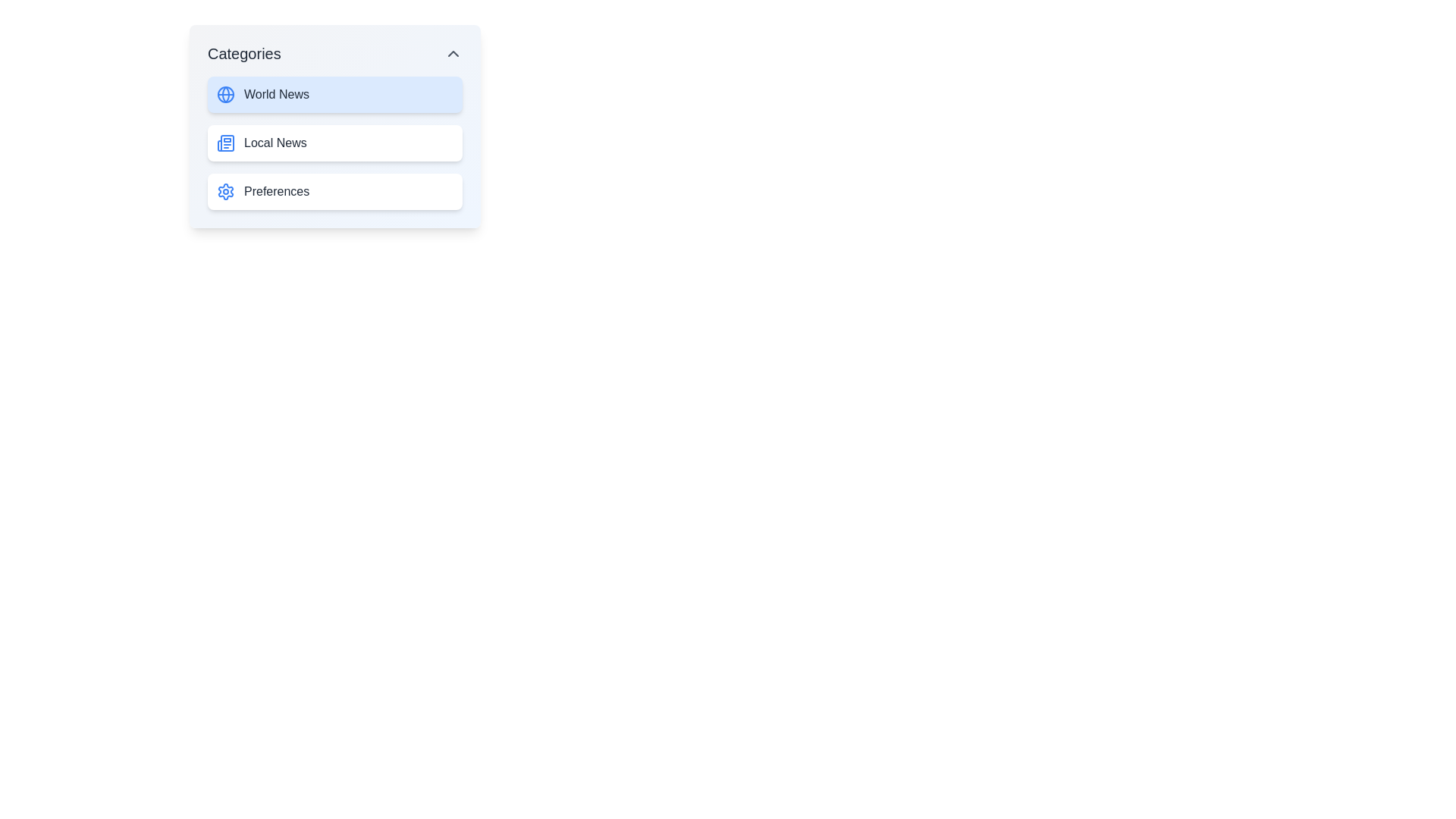 The height and width of the screenshot is (819, 1456). I want to click on the newspaper icon element located adjacent to the 'Local News' text within the 'Categories' card, so click(224, 143).